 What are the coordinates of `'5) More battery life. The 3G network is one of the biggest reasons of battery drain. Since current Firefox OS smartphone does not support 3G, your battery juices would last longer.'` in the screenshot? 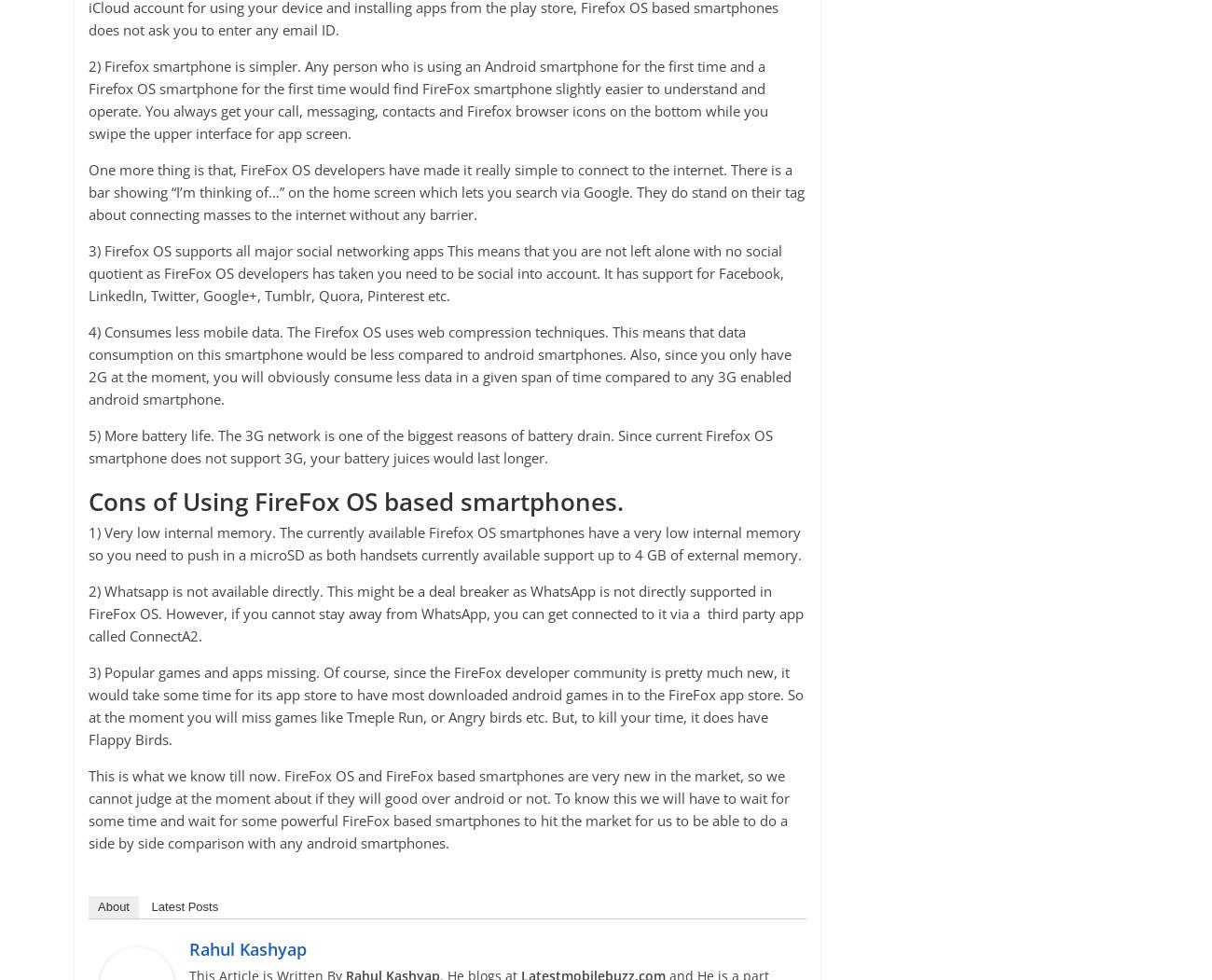 It's located at (430, 444).